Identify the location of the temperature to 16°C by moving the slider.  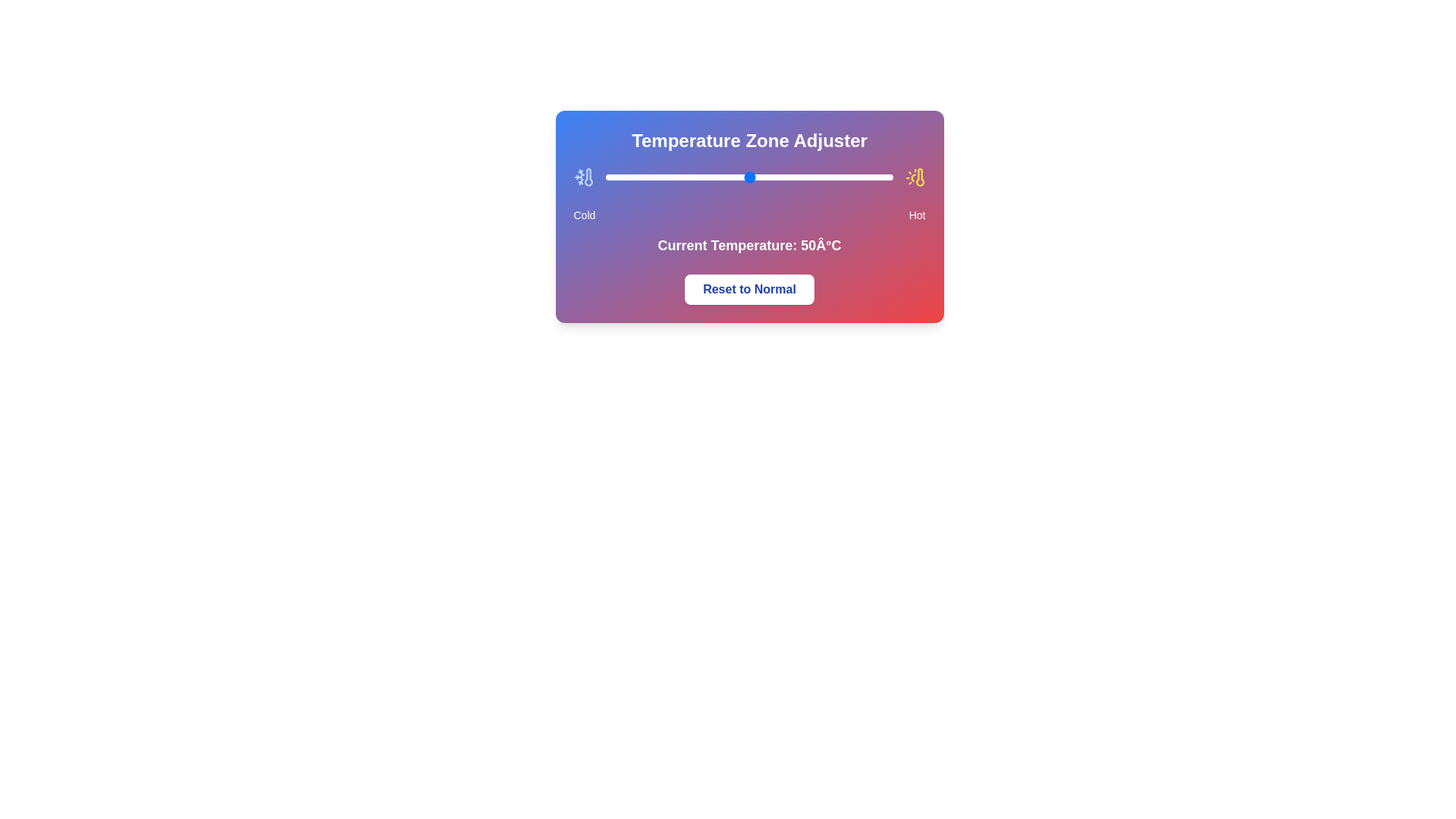
(651, 177).